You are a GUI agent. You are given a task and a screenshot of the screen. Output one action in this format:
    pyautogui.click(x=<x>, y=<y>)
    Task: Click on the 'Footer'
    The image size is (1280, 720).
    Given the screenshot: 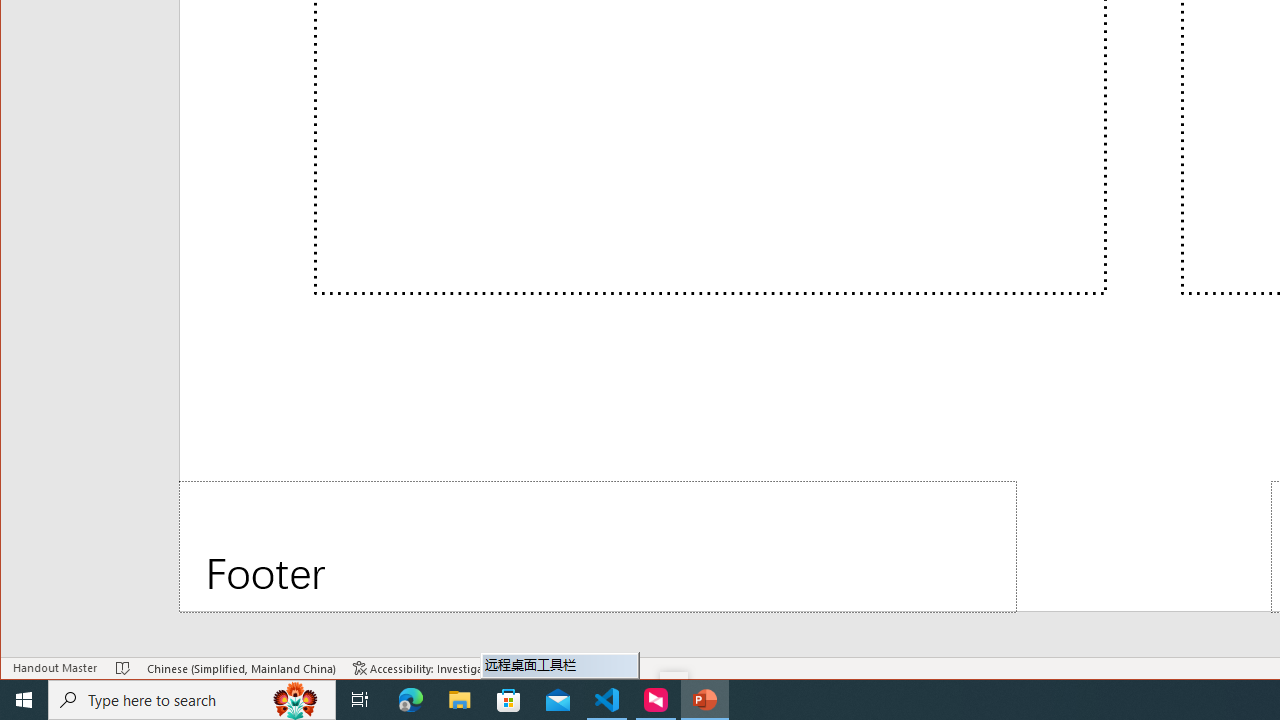 What is the action you would take?
    pyautogui.click(x=597, y=546)
    